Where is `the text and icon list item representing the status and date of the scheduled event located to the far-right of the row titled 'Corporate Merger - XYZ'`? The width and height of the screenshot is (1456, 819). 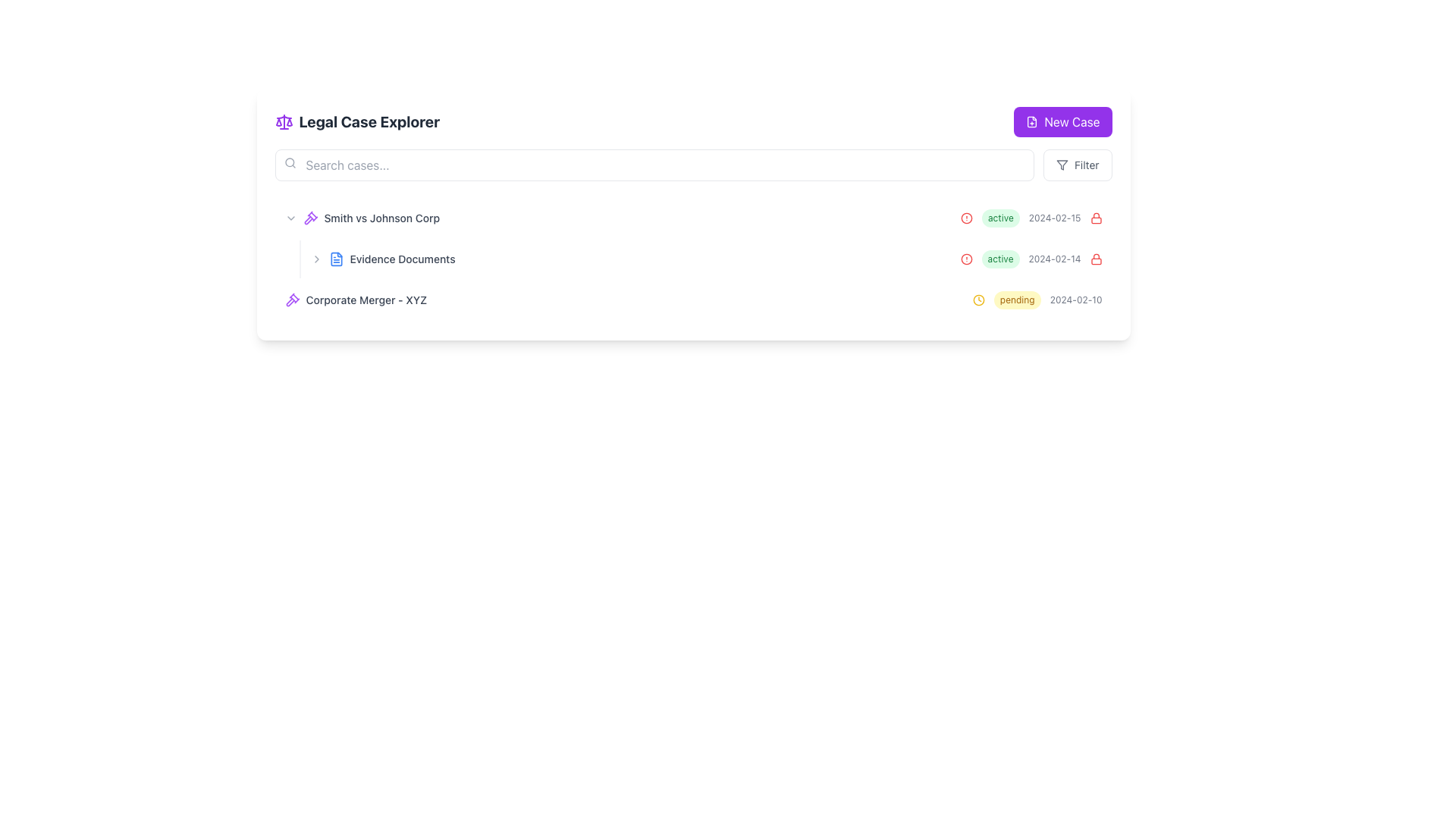
the text and icon list item representing the status and date of the scheduled event located to the far-right of the row titled 'Corporate Merger - XYZ' is located at coordinates (1037, 300).